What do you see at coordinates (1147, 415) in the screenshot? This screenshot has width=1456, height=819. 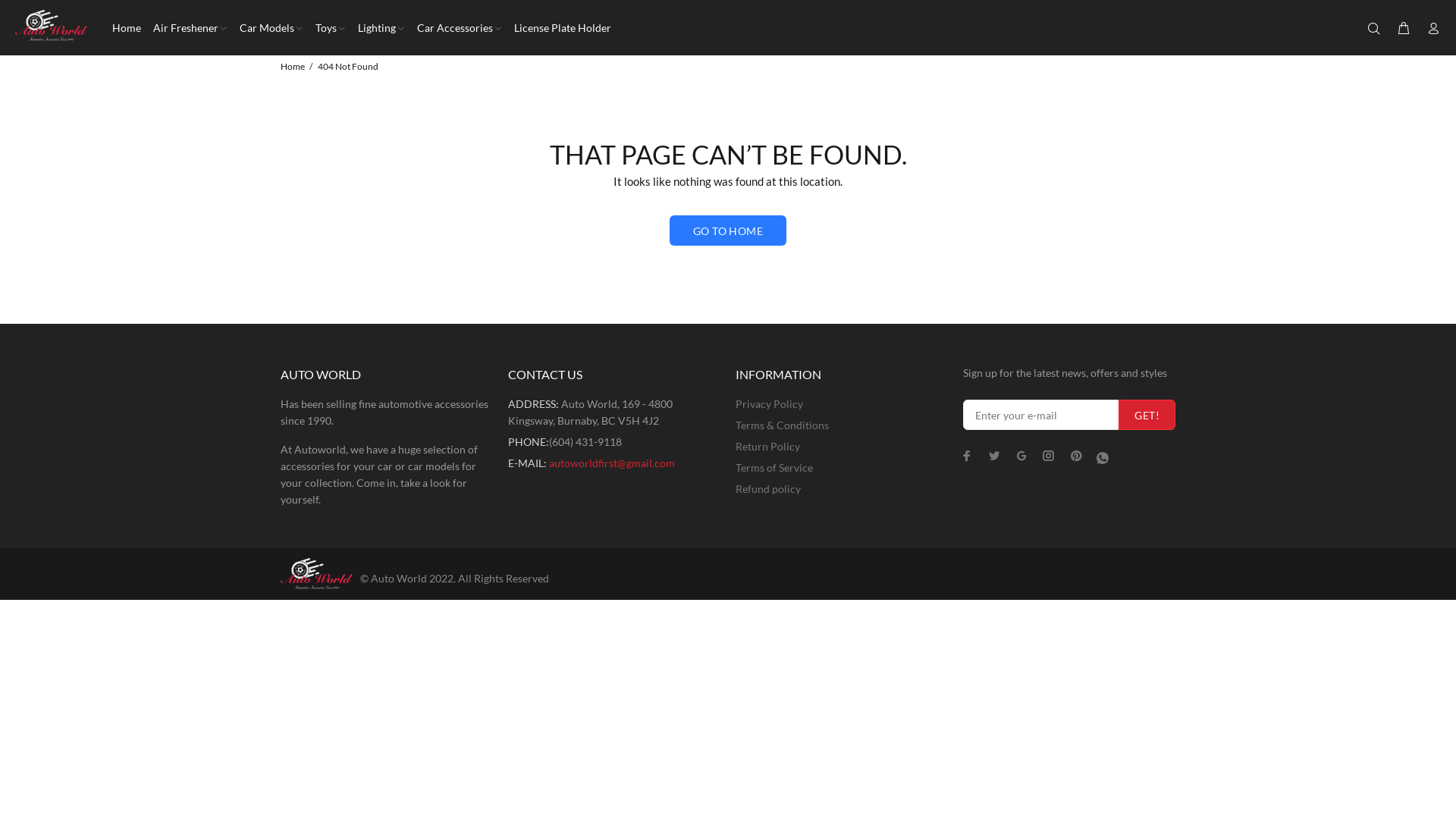 I see `'GET!'` at bounding box center [1147, 415].